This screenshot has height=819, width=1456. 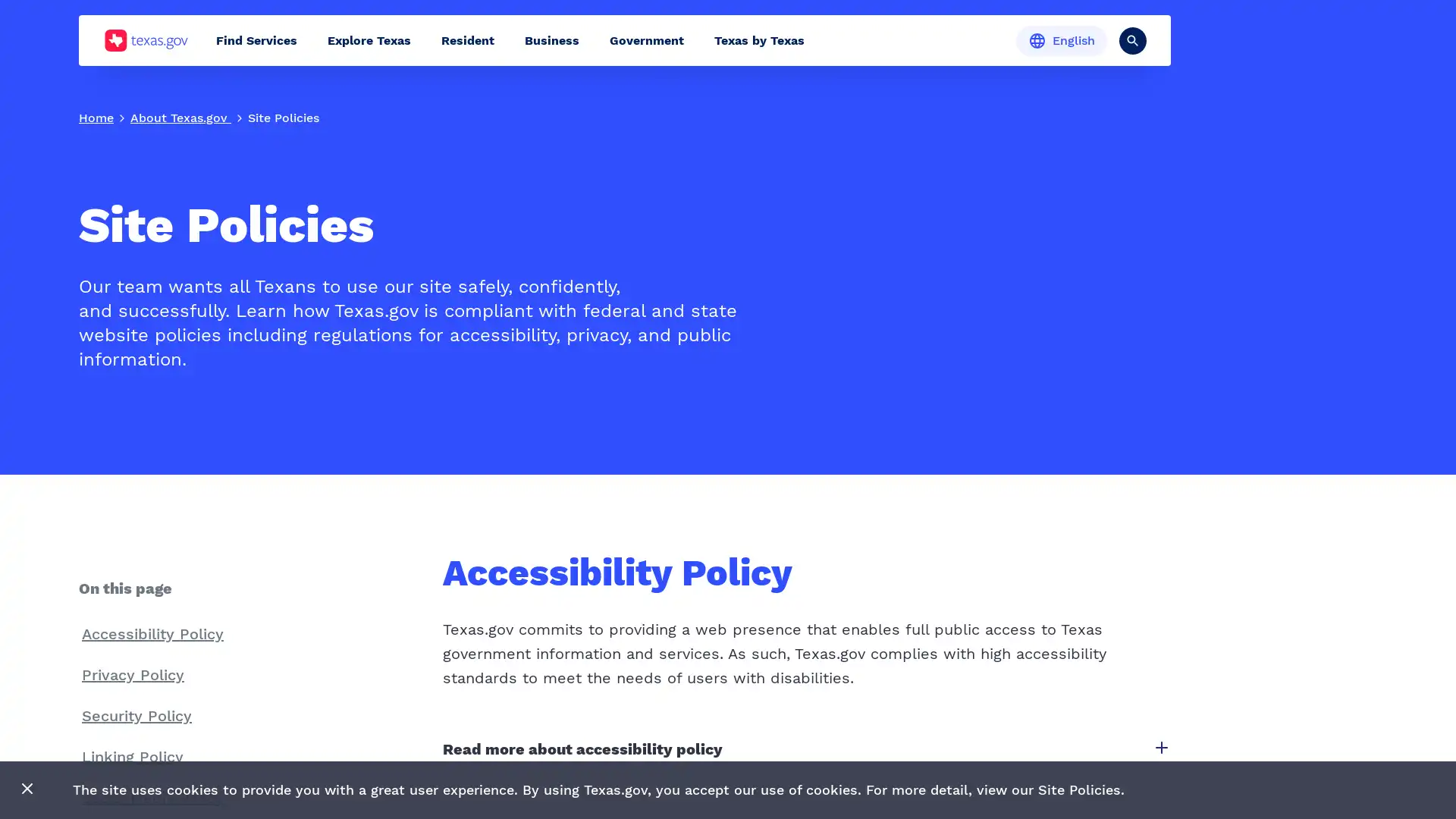 What do you see at coordinates (256, 39) in the screenshot?
I see `Find Services` at bounding box center [256, 39].